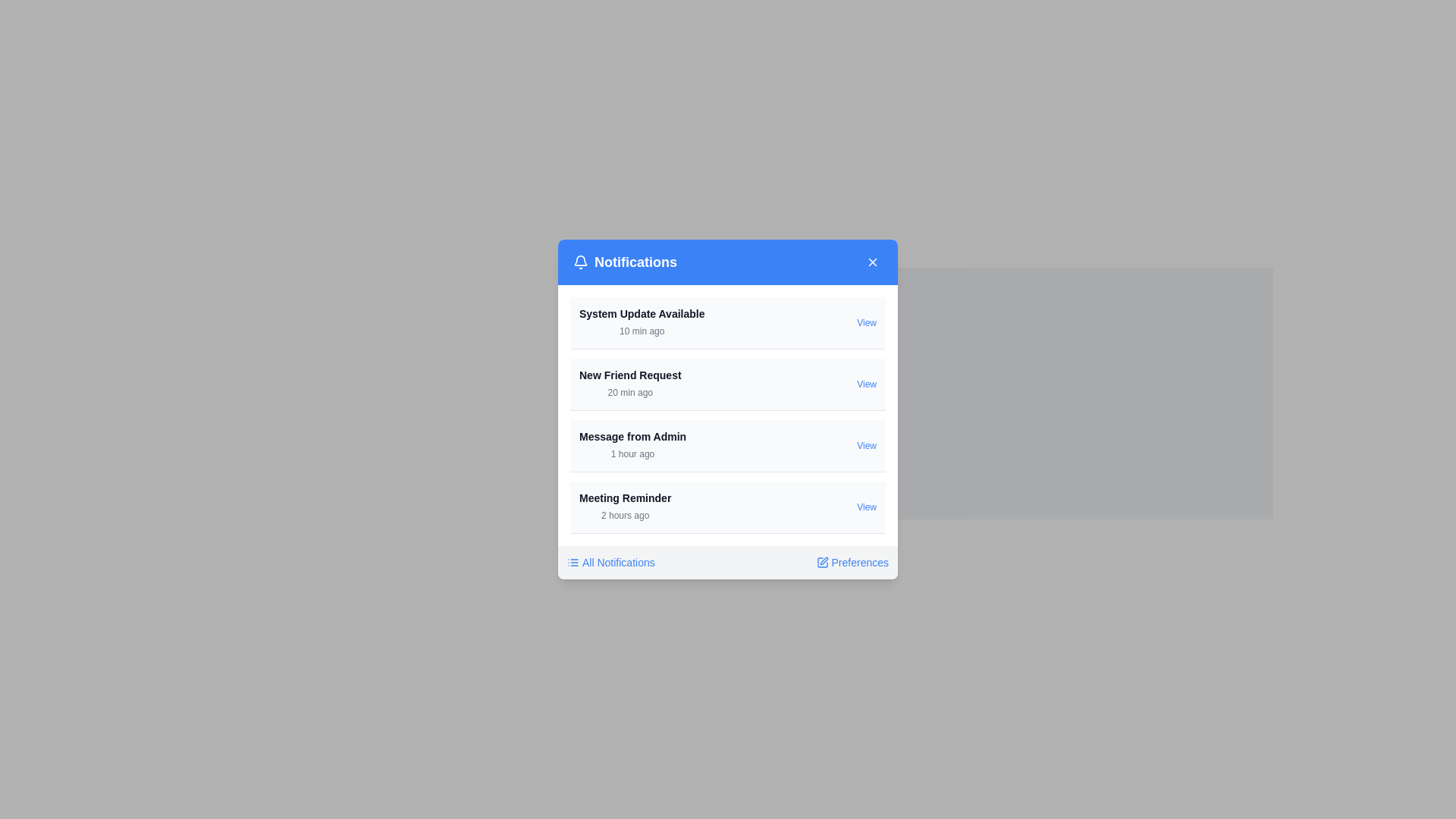  I want to click on the 16x16 pixel icon resembling a square with a pen or pencil overlay, located in the 'Preferences' section at the bottom-right corner of the notification panel, so click(821, 562).